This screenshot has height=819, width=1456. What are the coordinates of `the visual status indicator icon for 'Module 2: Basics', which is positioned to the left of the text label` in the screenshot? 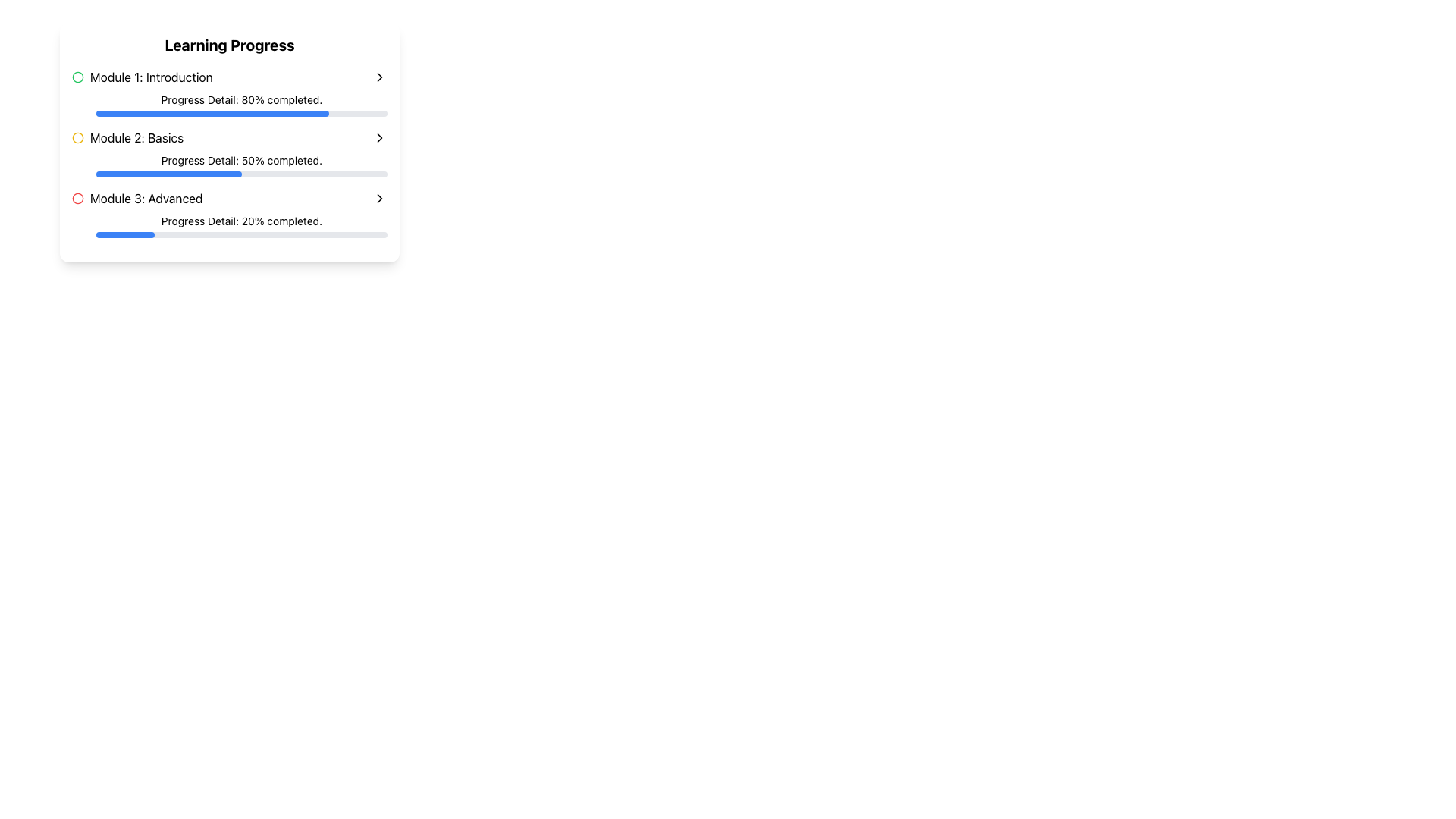 It's located at (77, 137).